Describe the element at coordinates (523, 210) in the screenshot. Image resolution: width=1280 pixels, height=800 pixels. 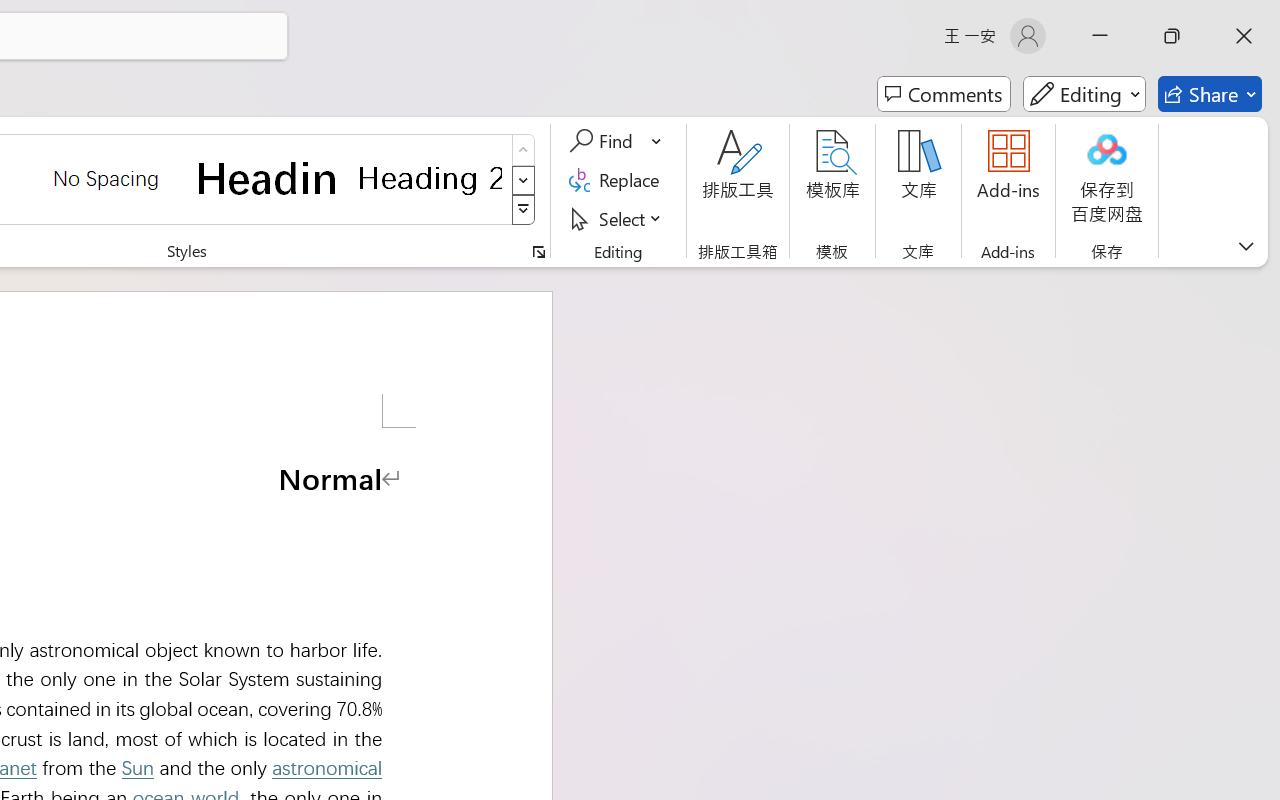
I see `'Styles'` at that location.